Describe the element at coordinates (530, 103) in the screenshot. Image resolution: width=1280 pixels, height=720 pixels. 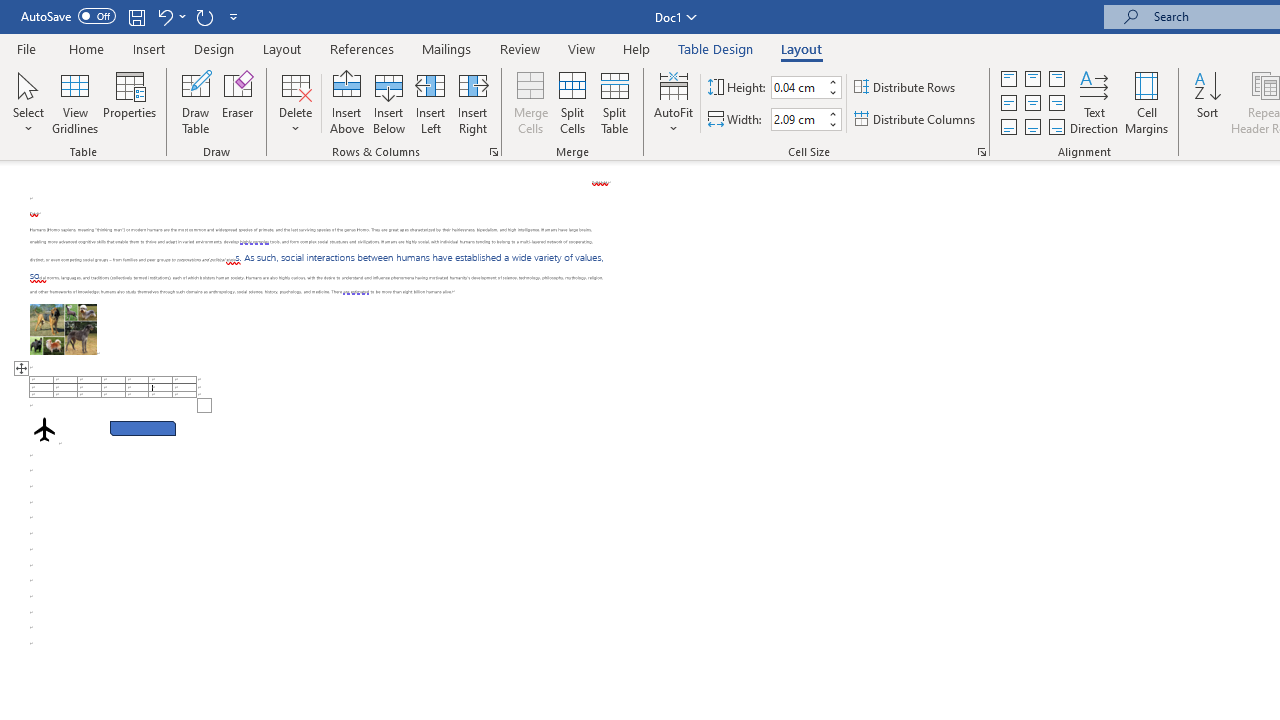
I see `'Merge Cells'` at that location.